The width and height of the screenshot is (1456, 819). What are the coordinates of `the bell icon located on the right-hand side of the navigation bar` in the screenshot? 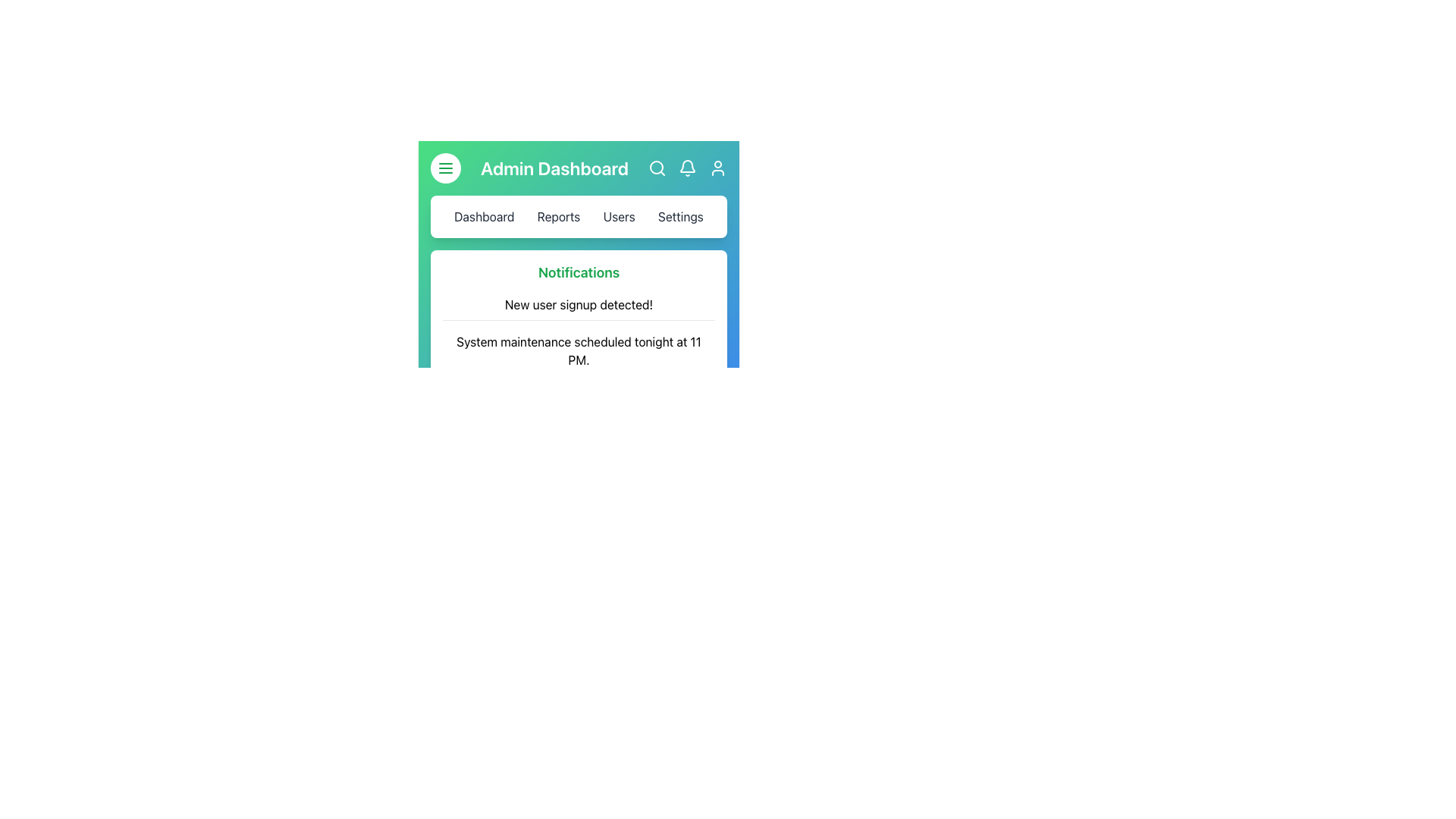 It's located at (687, 166).